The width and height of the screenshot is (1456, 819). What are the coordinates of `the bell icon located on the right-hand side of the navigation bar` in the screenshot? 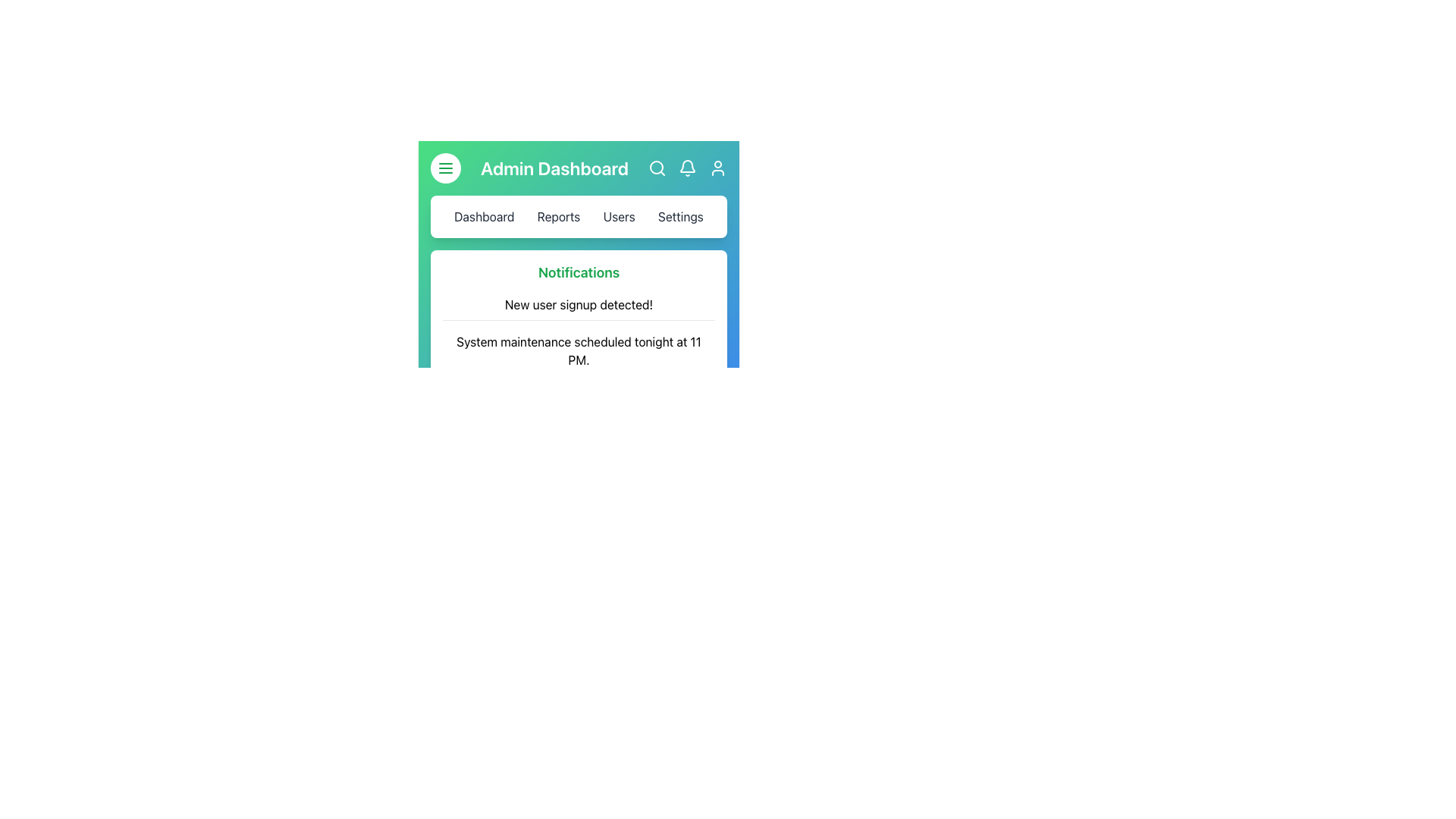 It's located at (687, 166).